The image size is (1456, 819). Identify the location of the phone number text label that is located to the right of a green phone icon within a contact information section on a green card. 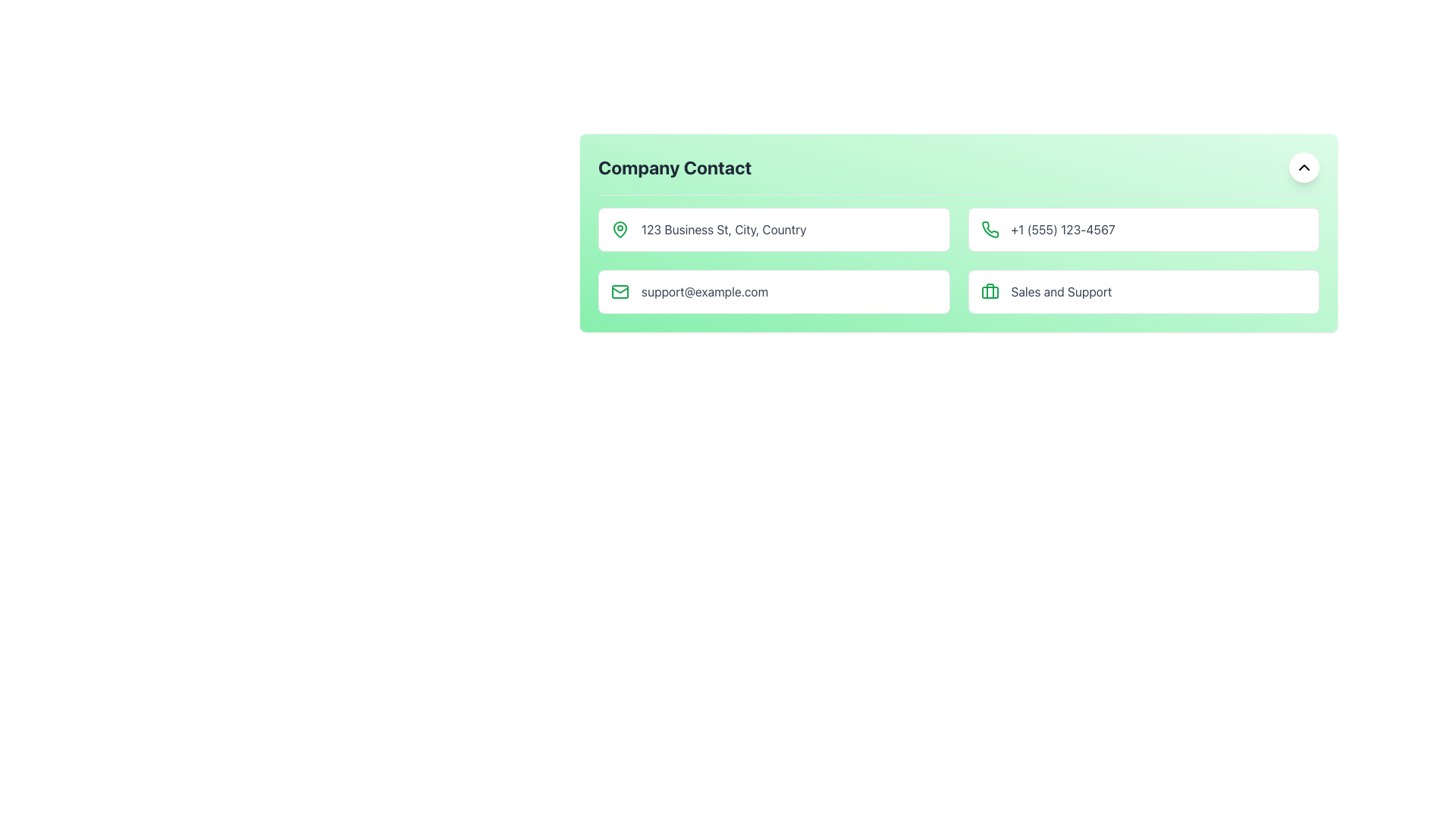
(1062, 230).